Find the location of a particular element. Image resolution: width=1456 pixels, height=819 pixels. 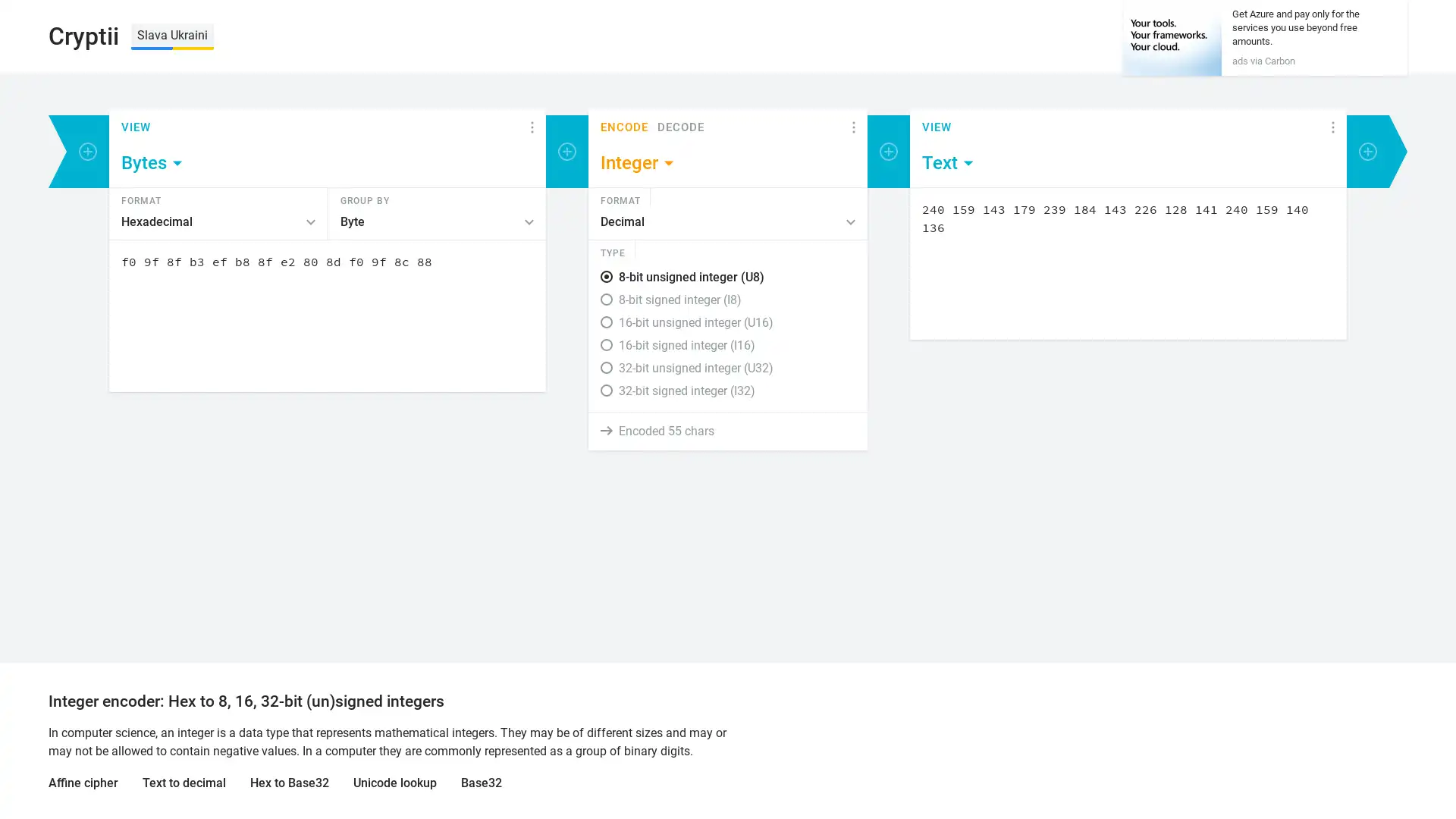

Text is located at coordinates (948, 163).